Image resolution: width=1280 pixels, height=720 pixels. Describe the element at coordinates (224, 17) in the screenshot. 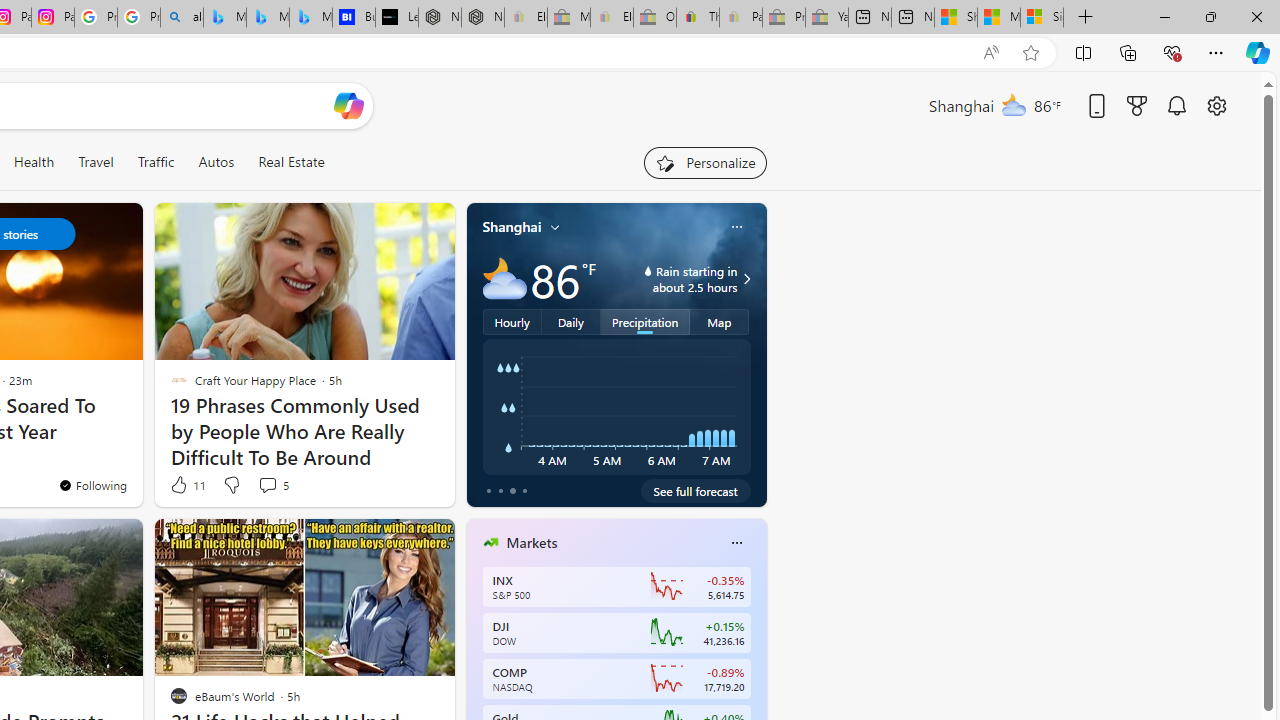

I see `'Microsoft Bing Travel - Flights from Hong Kong to Bangkok'` at that location.